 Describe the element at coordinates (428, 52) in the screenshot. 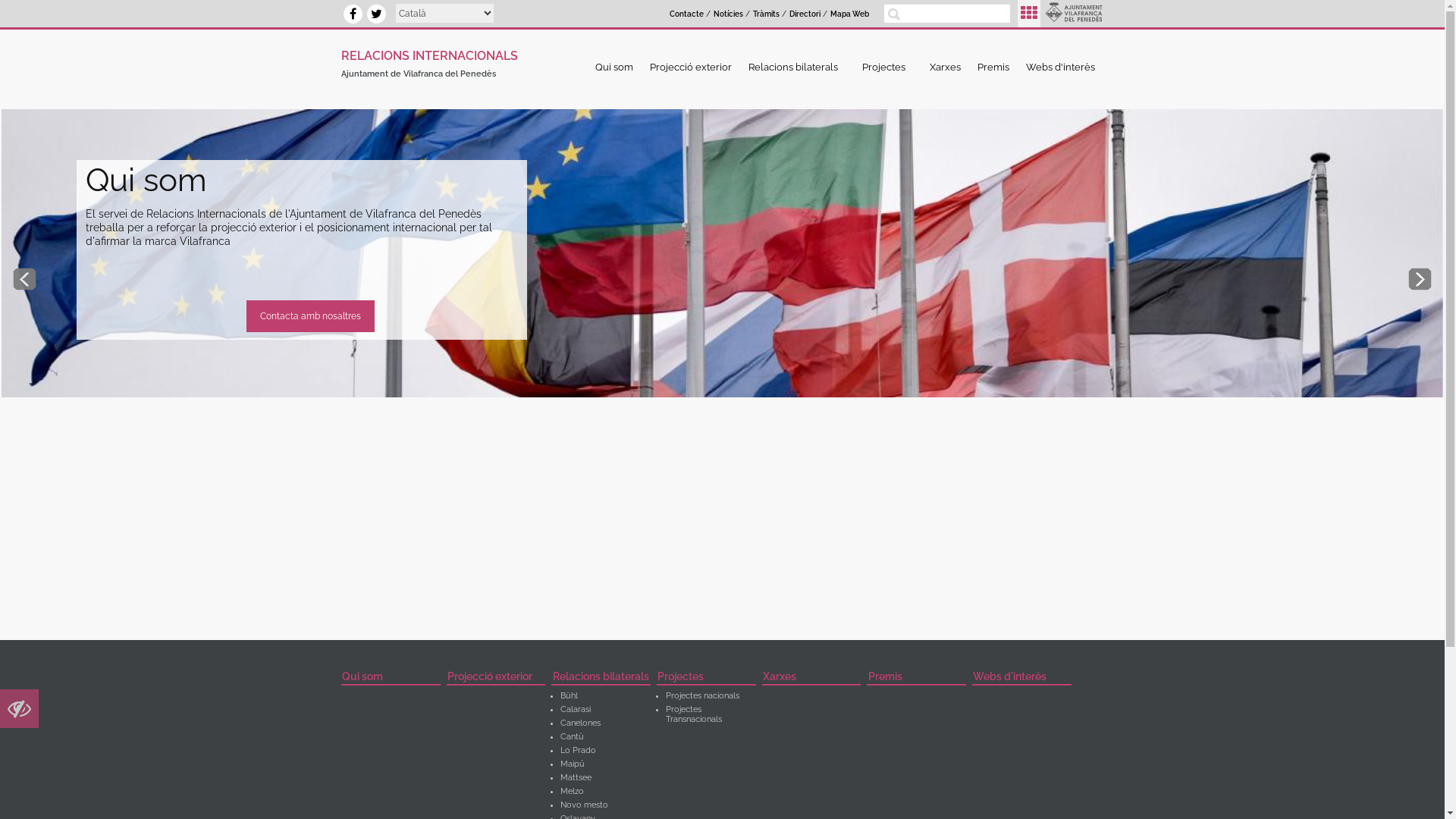

I see `'RELACIONS INTERNACIONALS'` at that location.